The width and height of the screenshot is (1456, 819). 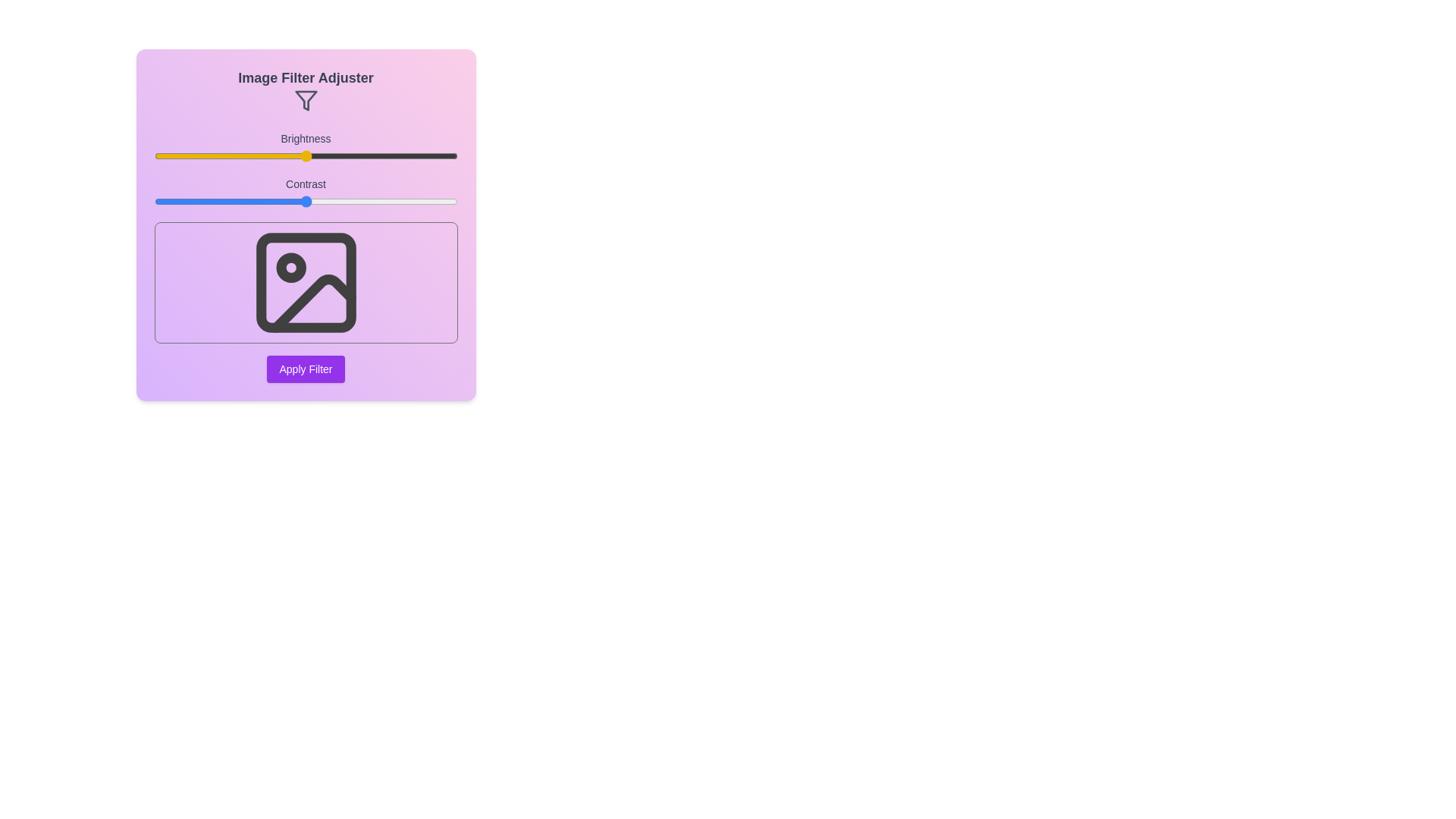 What do you see at coordinates (281, 155) in the screenshot?
I see `the brightness slider to 42%` at bounding box center [281, 155].